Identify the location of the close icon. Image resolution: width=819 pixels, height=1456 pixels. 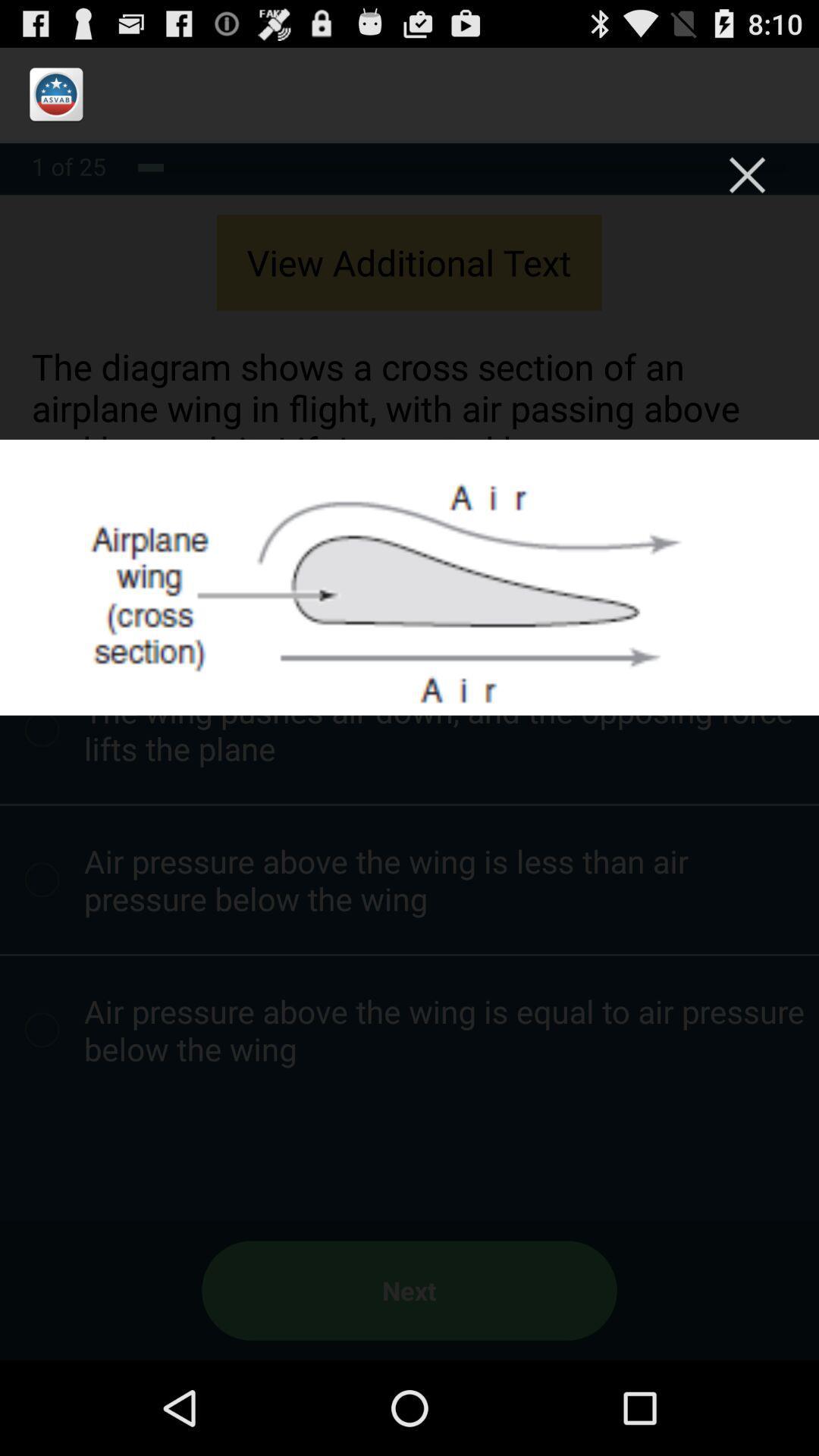
(746, 187).